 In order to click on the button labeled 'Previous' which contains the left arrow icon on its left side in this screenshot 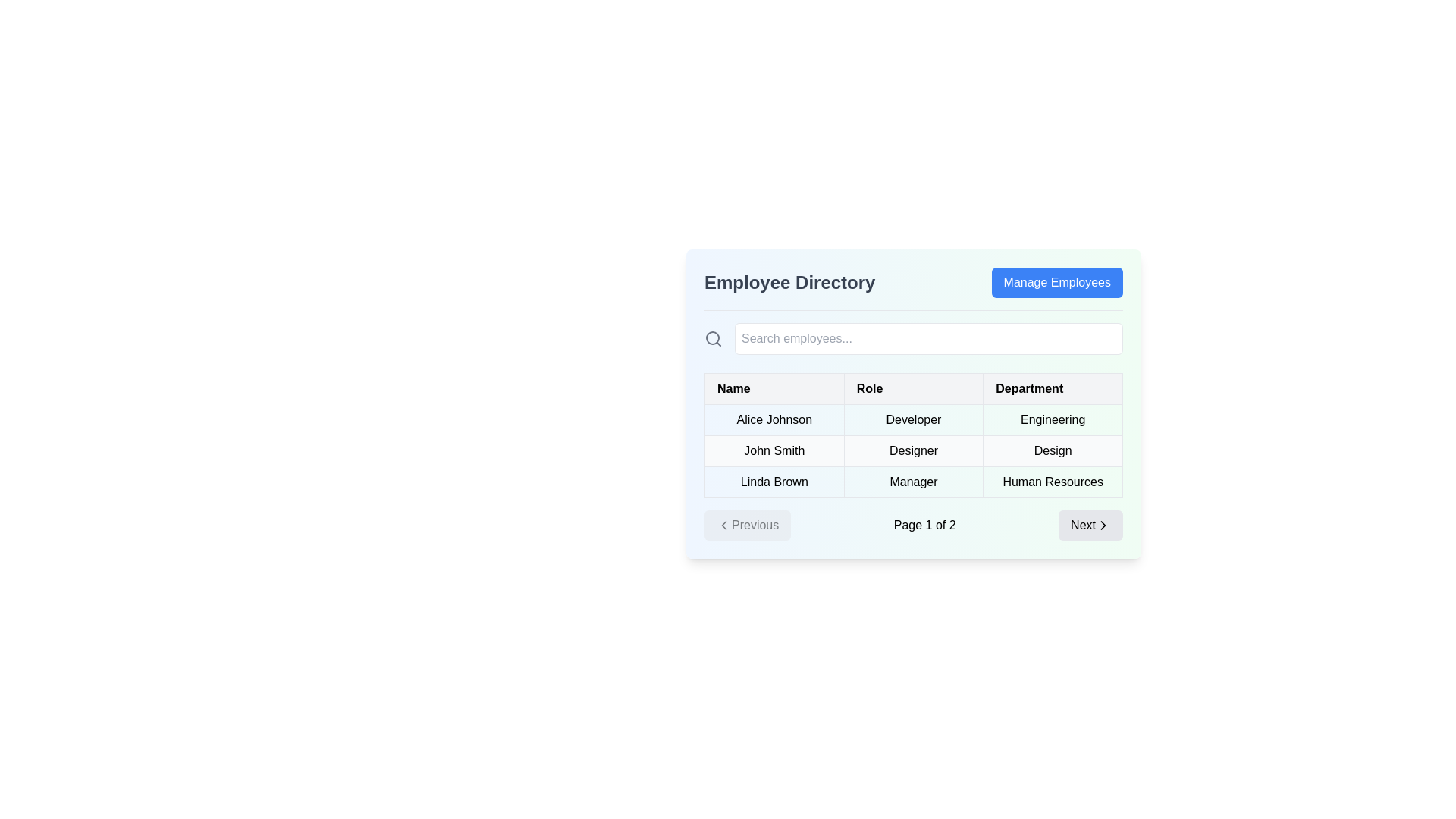, I will do `click(723, 525)`.